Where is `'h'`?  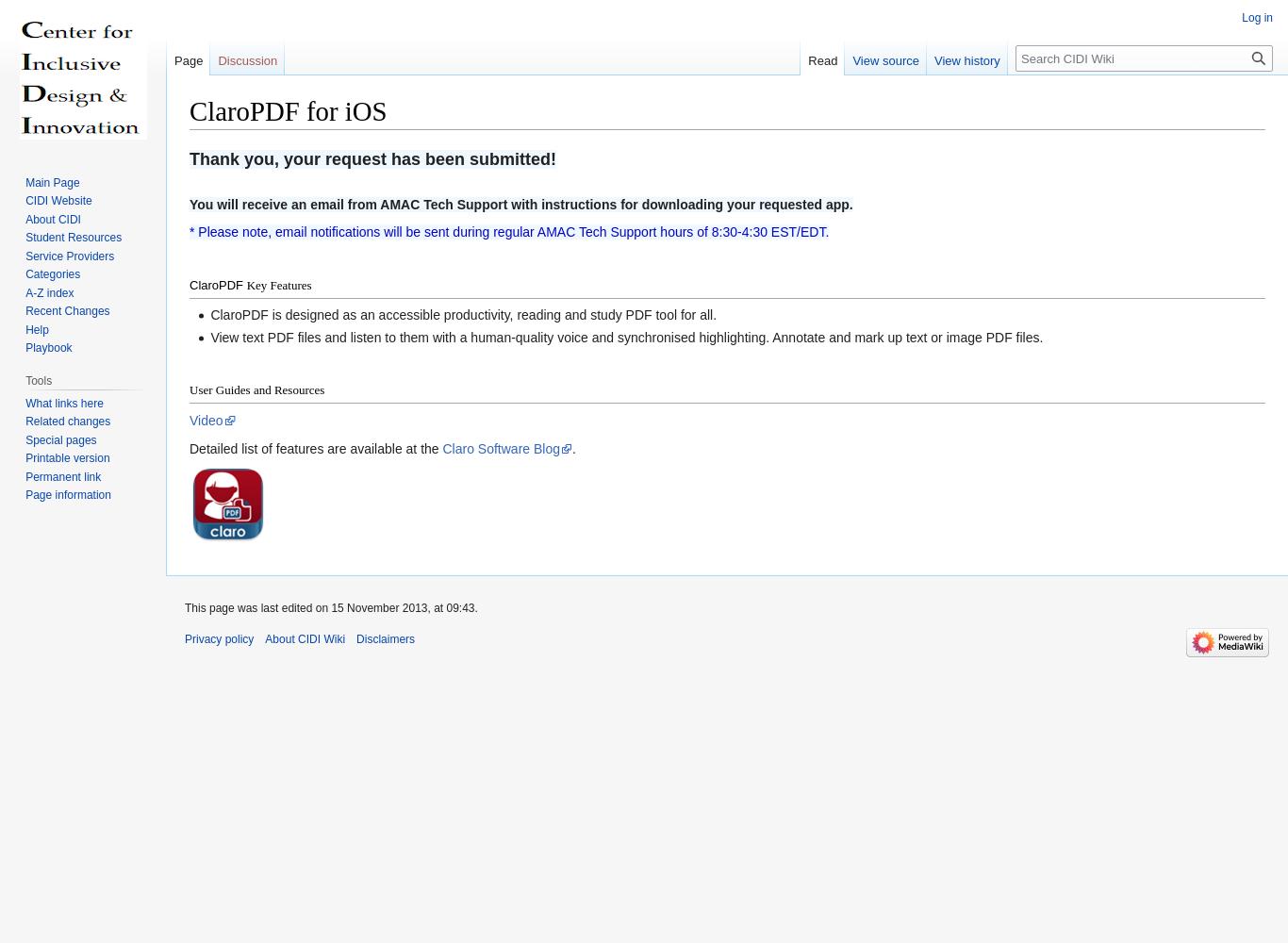
'h' is located at coordinates (199, 158).